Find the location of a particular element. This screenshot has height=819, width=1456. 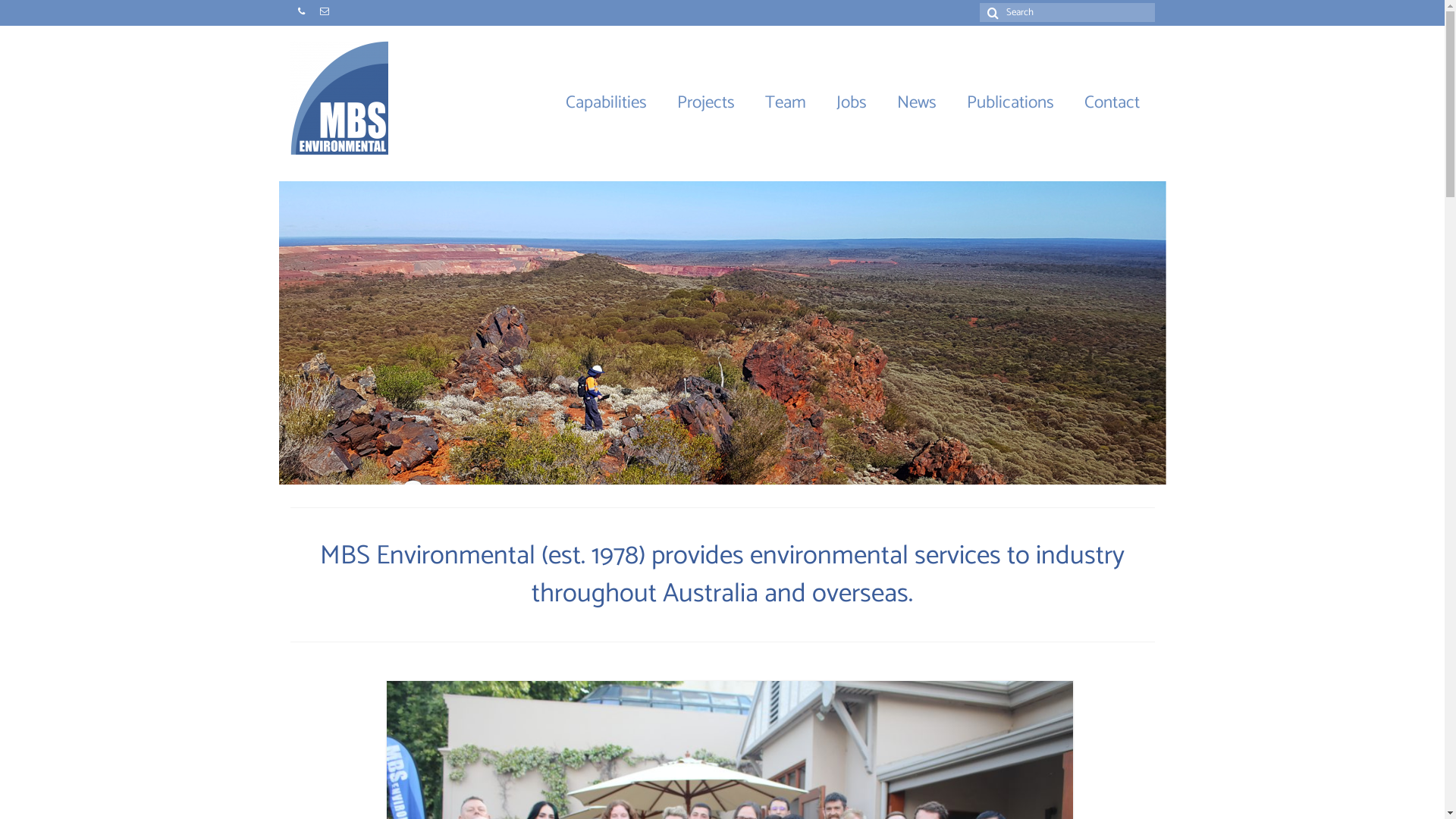

'Contact' is located at coordinates (1112, 102).